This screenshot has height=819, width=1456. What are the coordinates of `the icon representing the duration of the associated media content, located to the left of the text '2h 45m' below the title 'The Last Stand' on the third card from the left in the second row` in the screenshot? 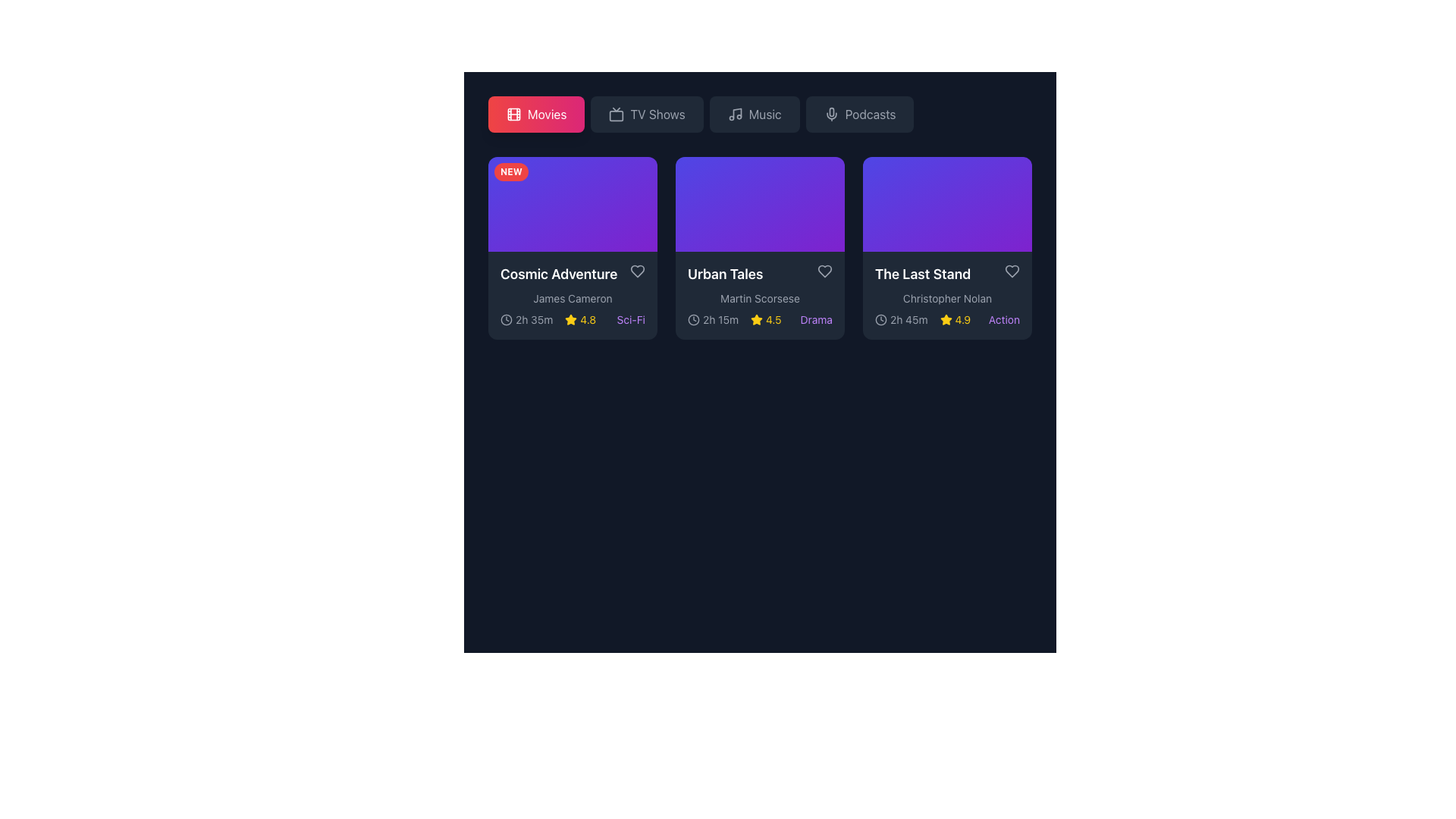 It's located at (880, 318).